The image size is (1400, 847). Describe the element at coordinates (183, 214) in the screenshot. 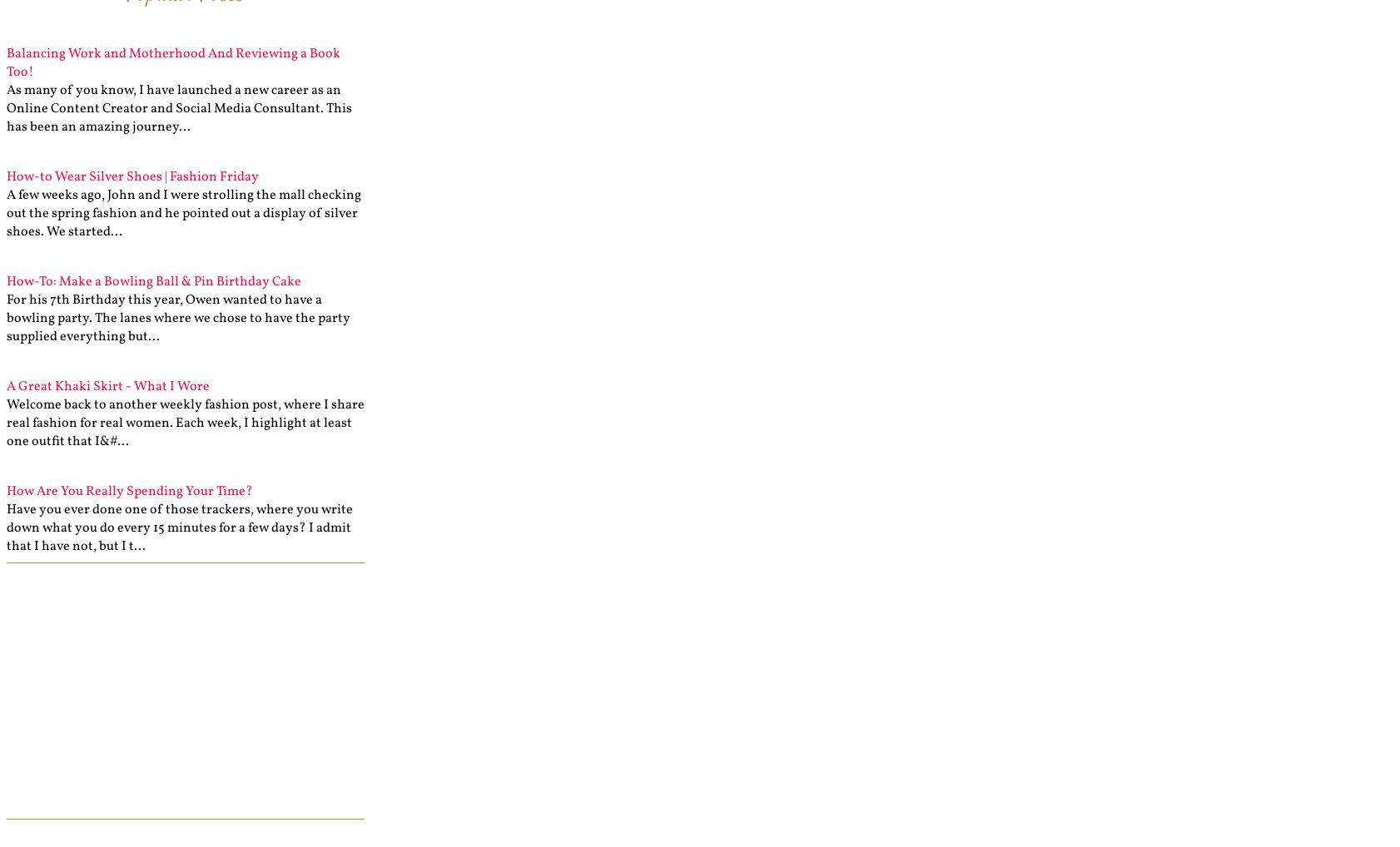

I see `'A few weeks ago, John and I were strolling the mall checking out the spring fashion and he pointed out a display of silver shoes. We started...'` at that location.